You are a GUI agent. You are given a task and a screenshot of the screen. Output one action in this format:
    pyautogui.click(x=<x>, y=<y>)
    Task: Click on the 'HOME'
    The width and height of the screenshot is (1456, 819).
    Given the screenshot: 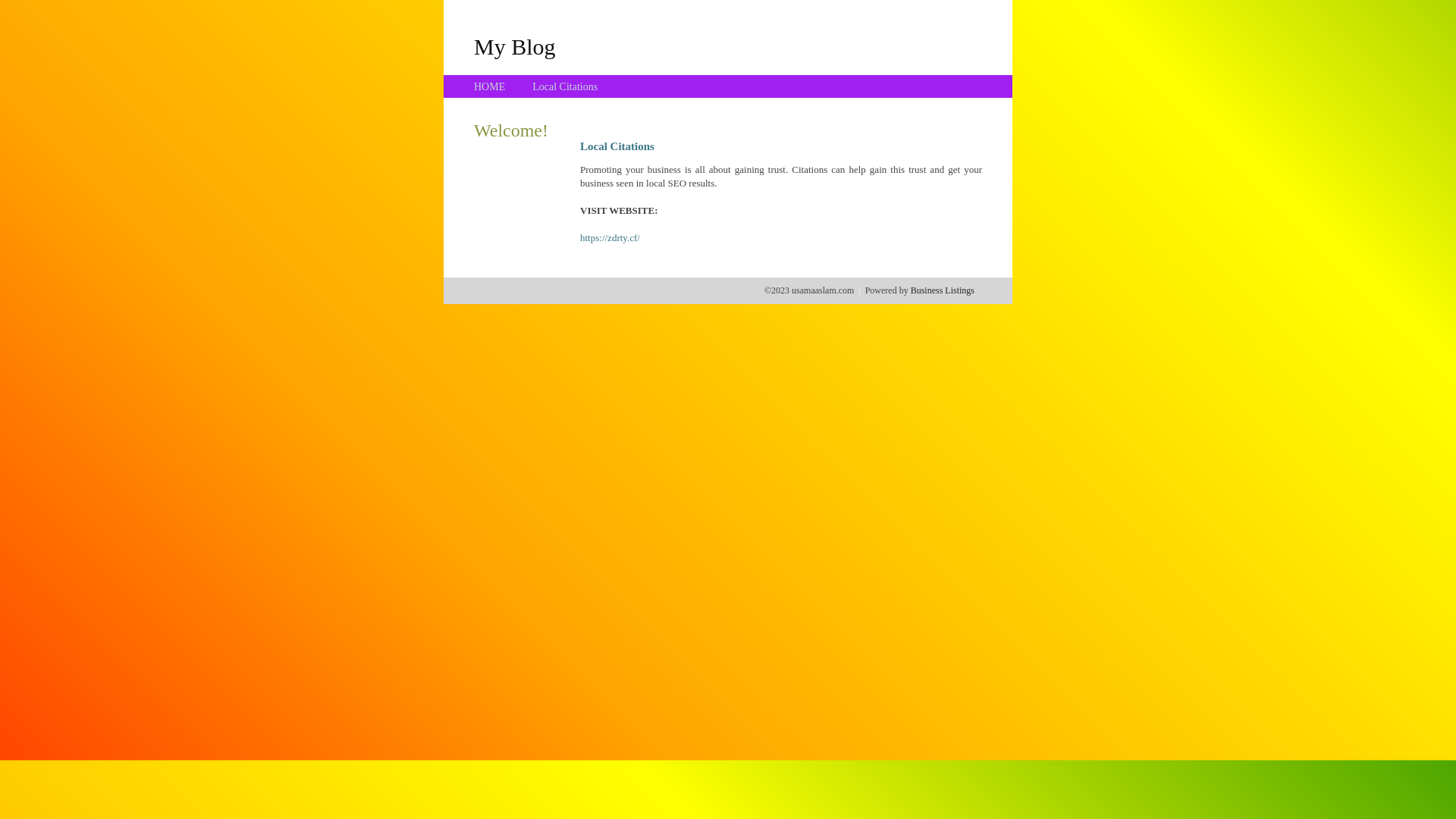 What is the action you would take?
    pyautogui.click(x=489, y=86)
    